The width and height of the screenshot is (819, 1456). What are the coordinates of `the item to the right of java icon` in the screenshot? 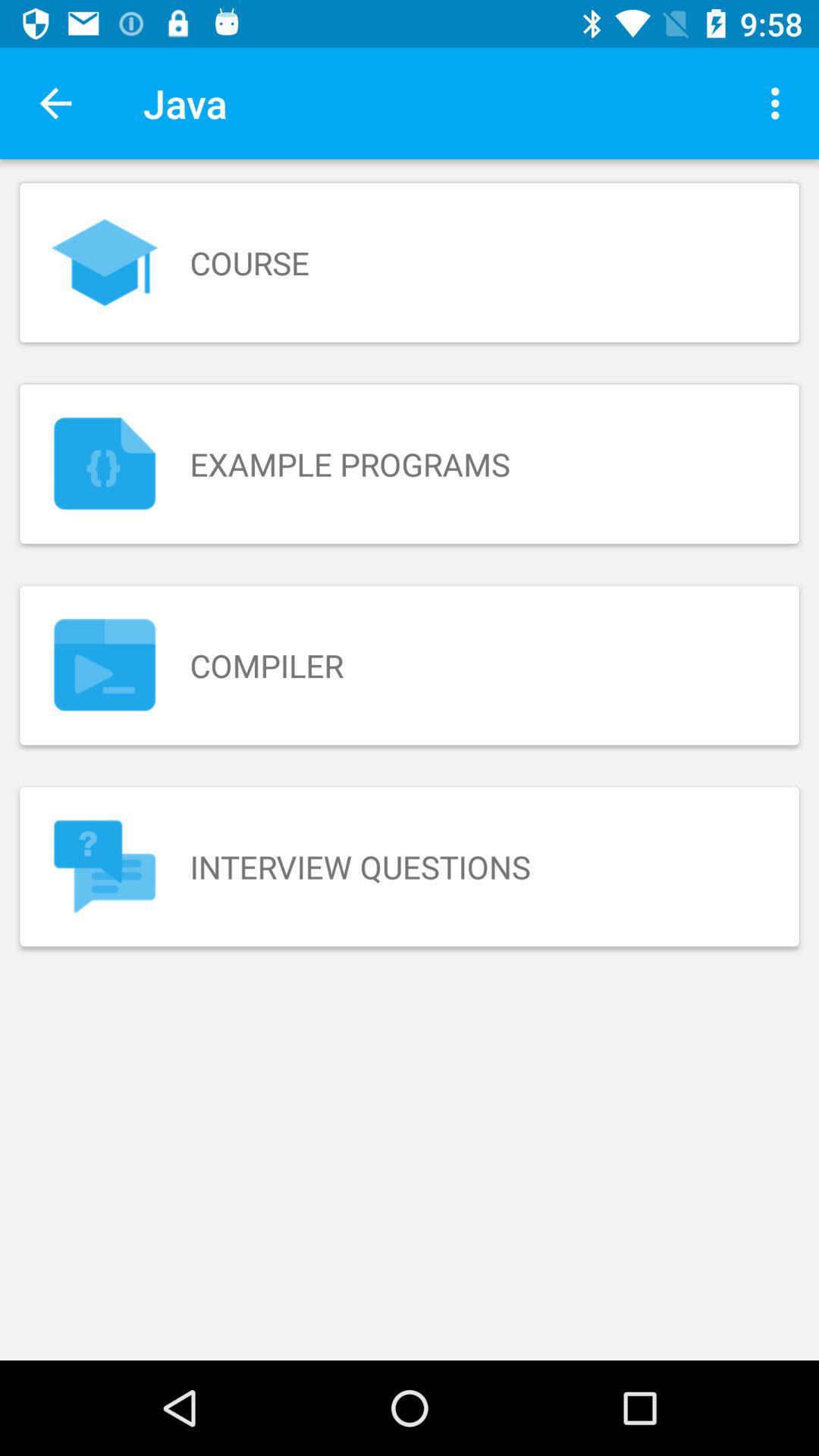 It's located at (779, 102).